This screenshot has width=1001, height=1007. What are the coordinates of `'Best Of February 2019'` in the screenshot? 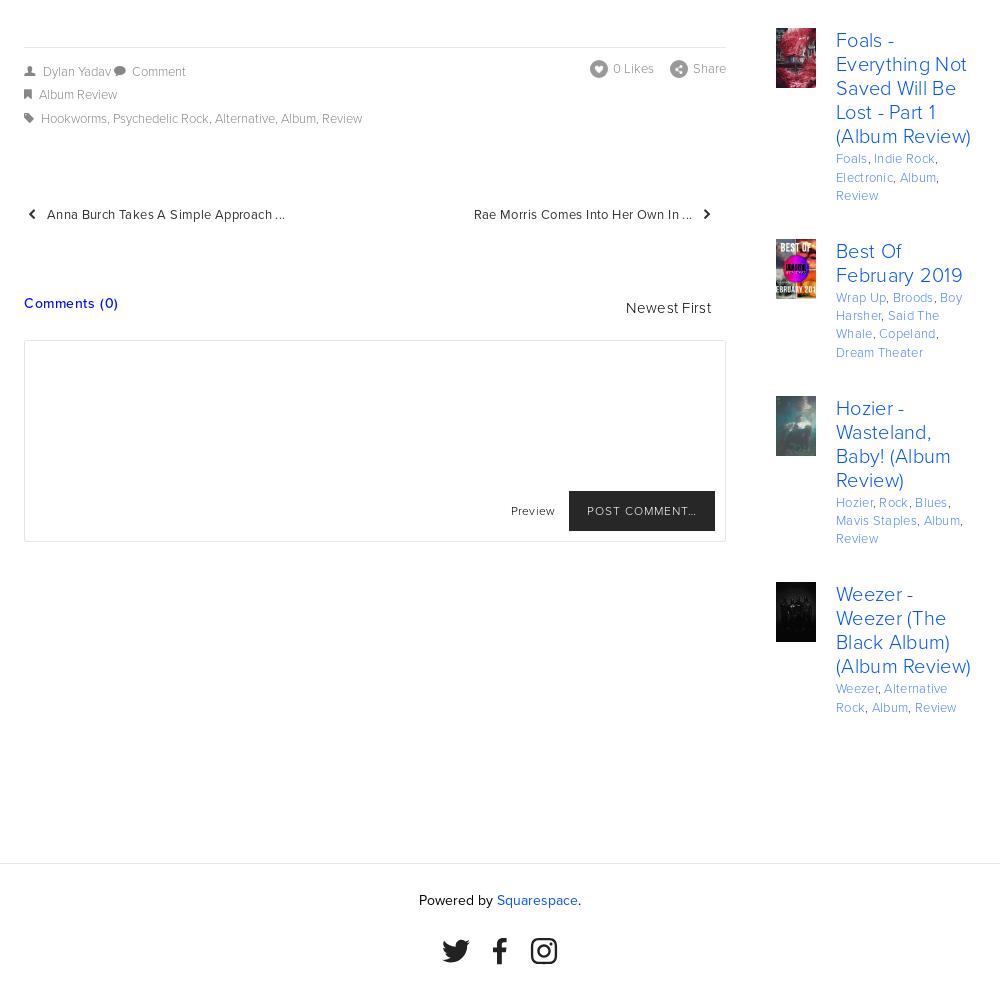 It's located at (898, 263).